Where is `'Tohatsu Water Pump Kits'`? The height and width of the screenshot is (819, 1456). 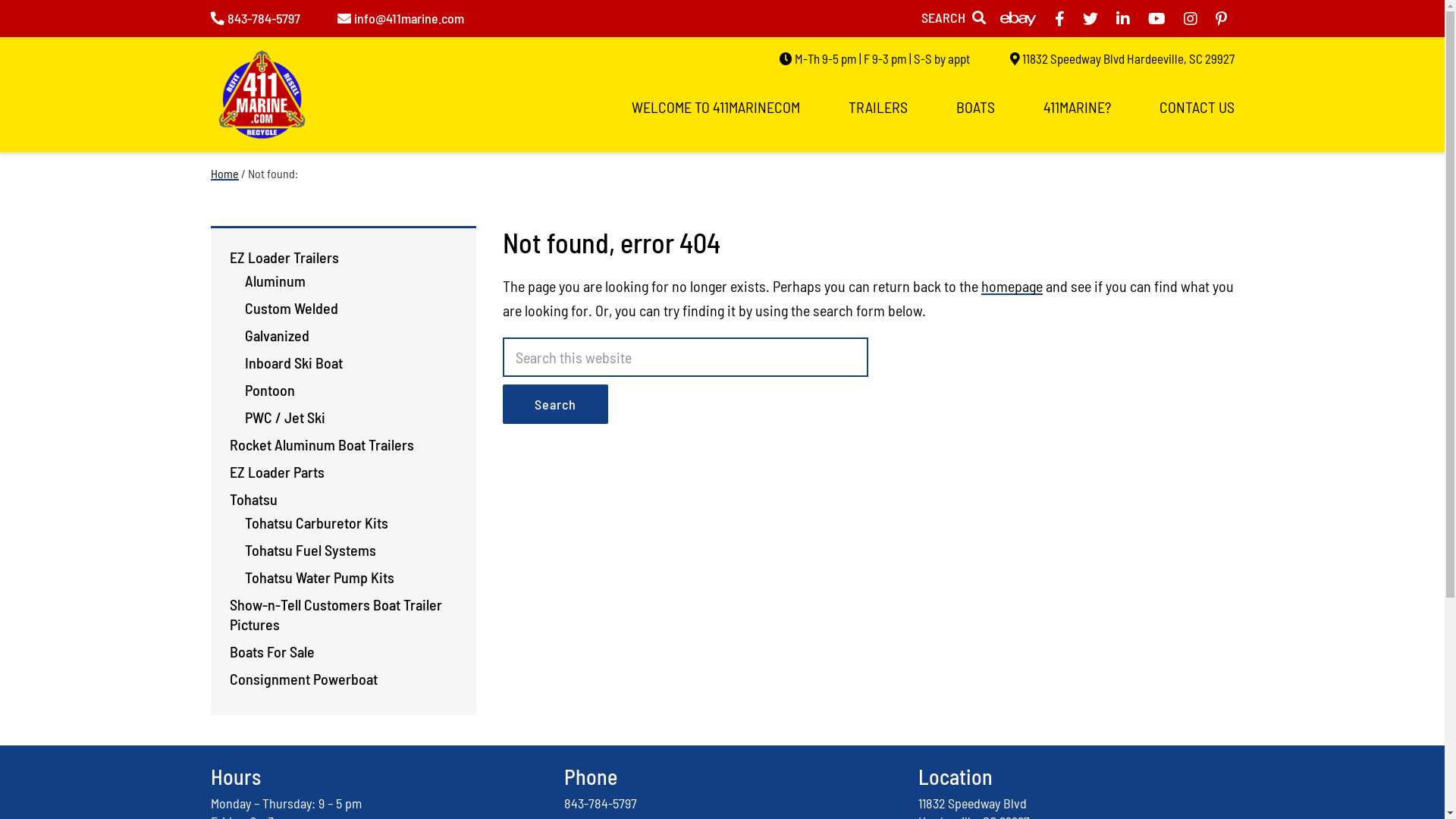 'Tohatsu Water Pump Kits' is located at coordinates (318, 576).